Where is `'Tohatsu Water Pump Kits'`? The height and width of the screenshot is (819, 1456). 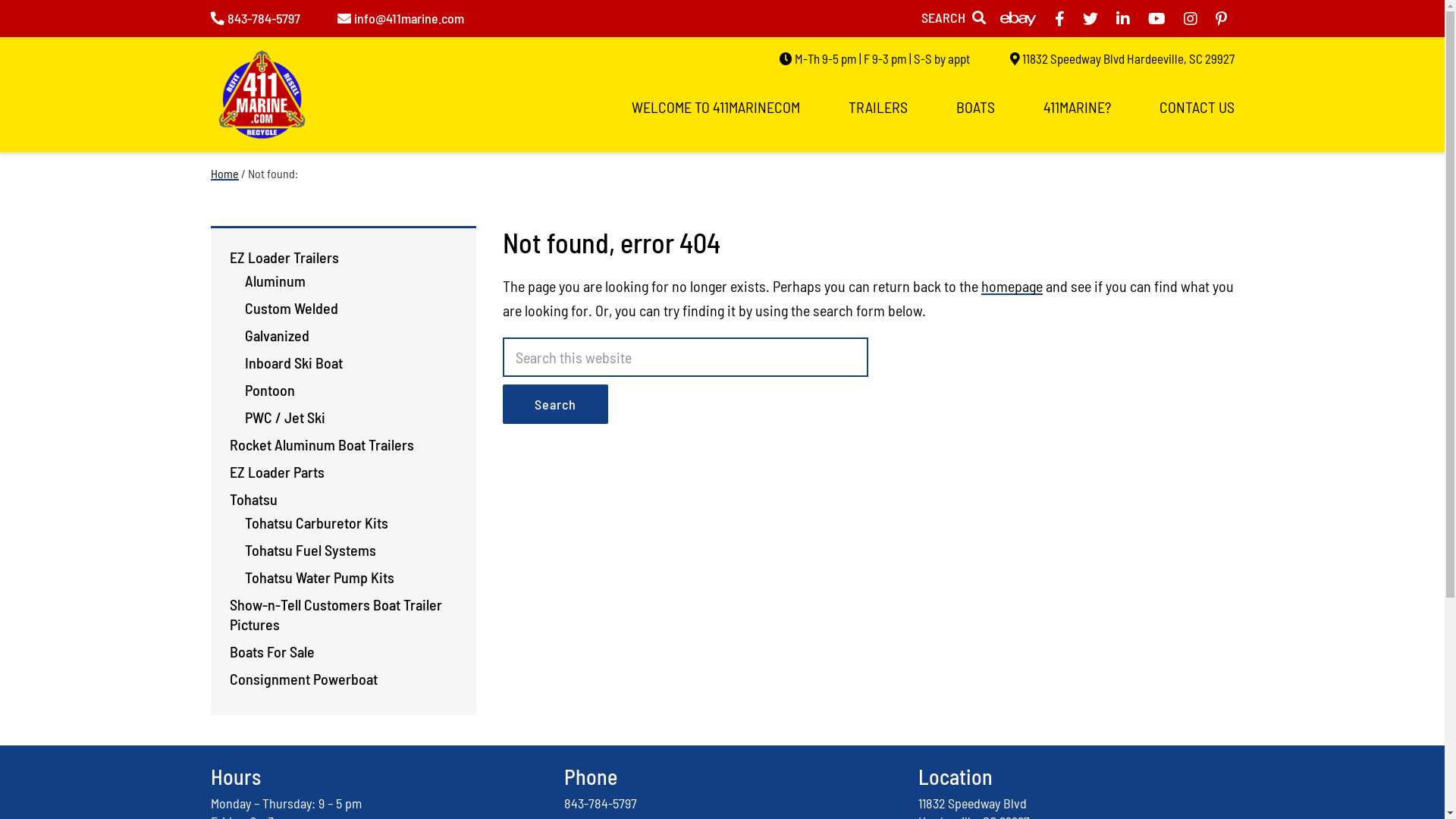 'Tohatsu Water Pump Kits' is located at coordinates (318, 576).